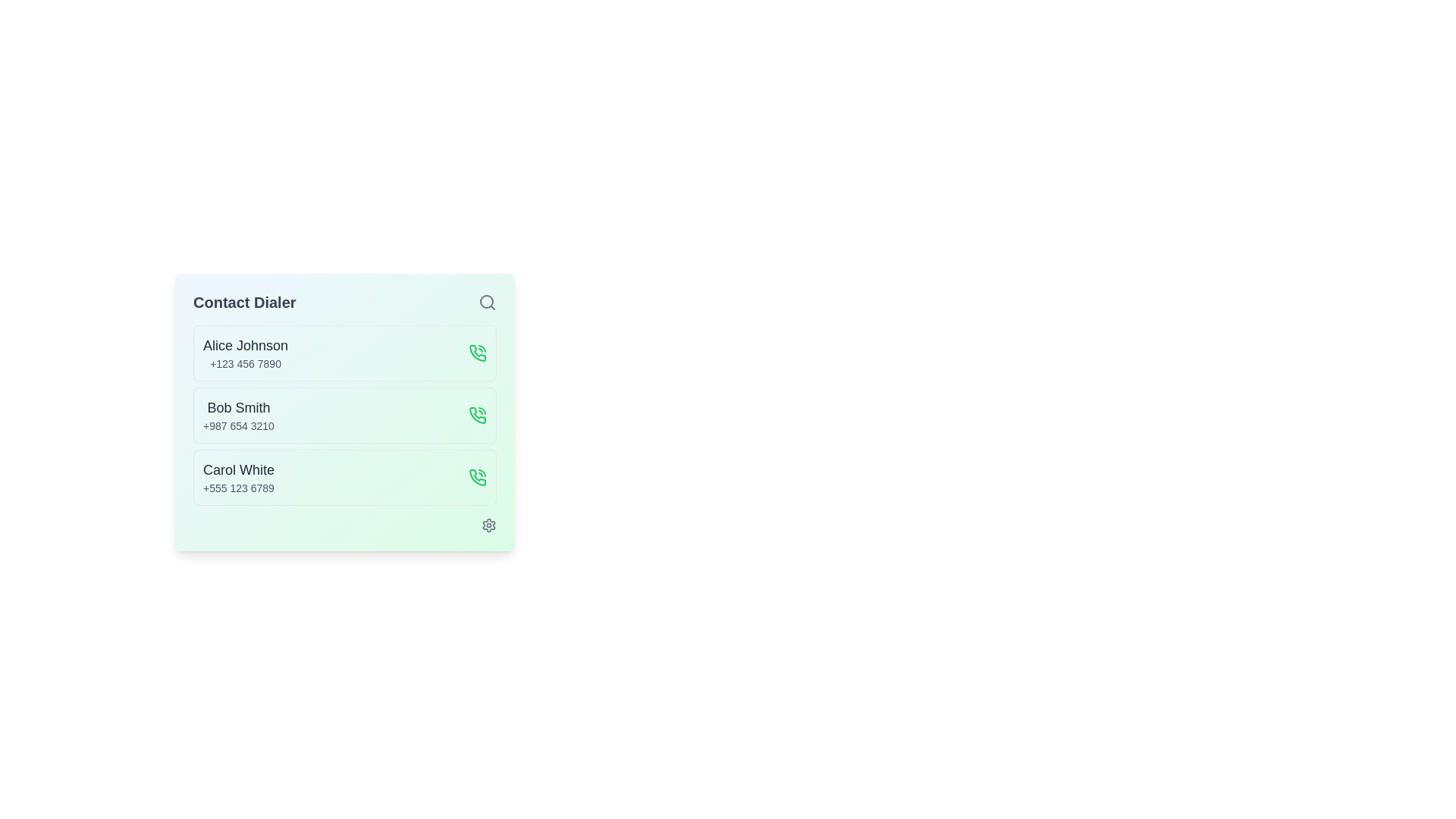 This screenshot has width=1456, height=819. What do you see at coordinates (246, 345) in the screenshot?
I see `the Text Label that represents the name of the contact in the contact list, located at the top left corner of the first contact entry, above the phone number '+123 456 7890'` at bounding box center [246, 345].